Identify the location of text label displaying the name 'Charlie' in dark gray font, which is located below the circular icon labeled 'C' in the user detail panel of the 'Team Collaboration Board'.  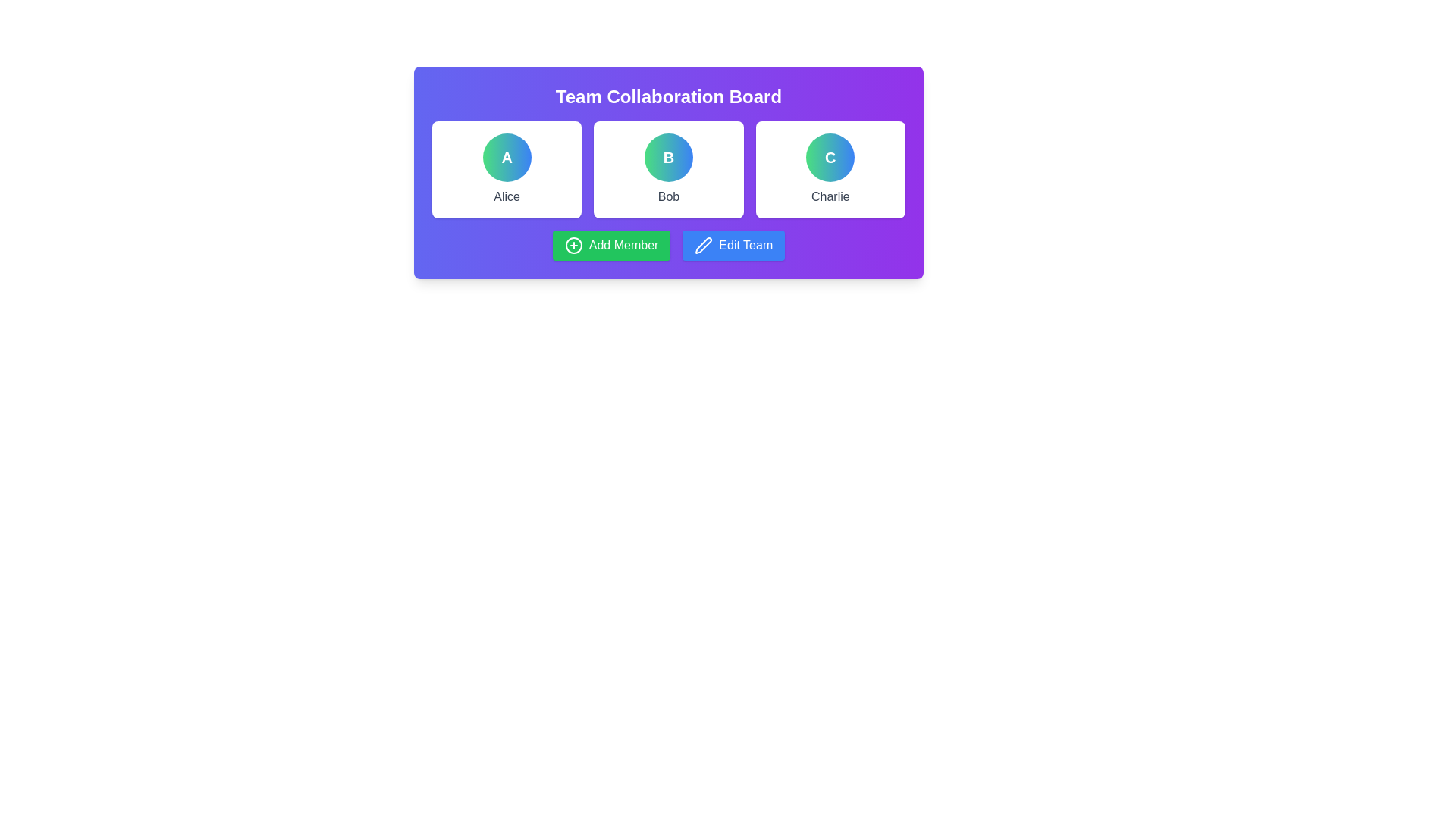
(830, 196).